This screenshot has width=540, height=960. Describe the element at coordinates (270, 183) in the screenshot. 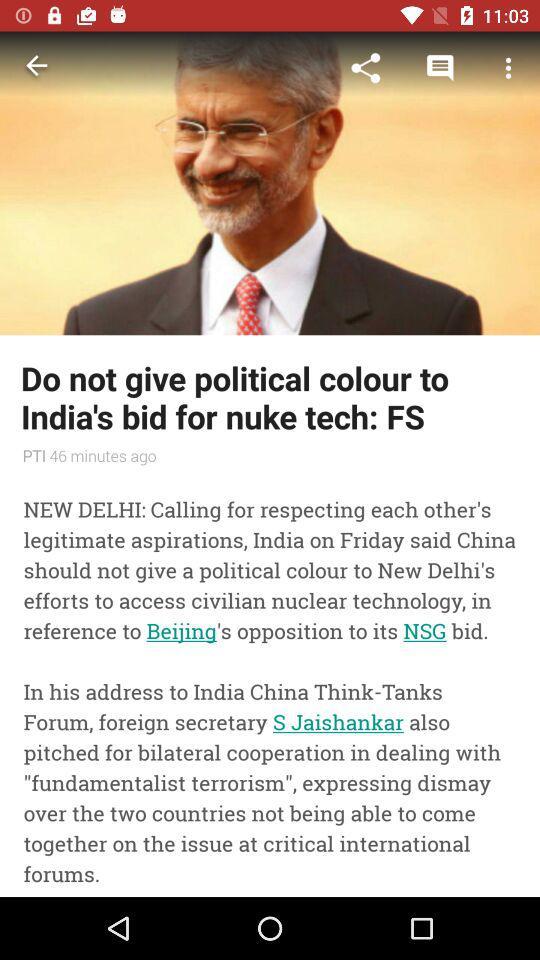

I see `expand image` at that location.